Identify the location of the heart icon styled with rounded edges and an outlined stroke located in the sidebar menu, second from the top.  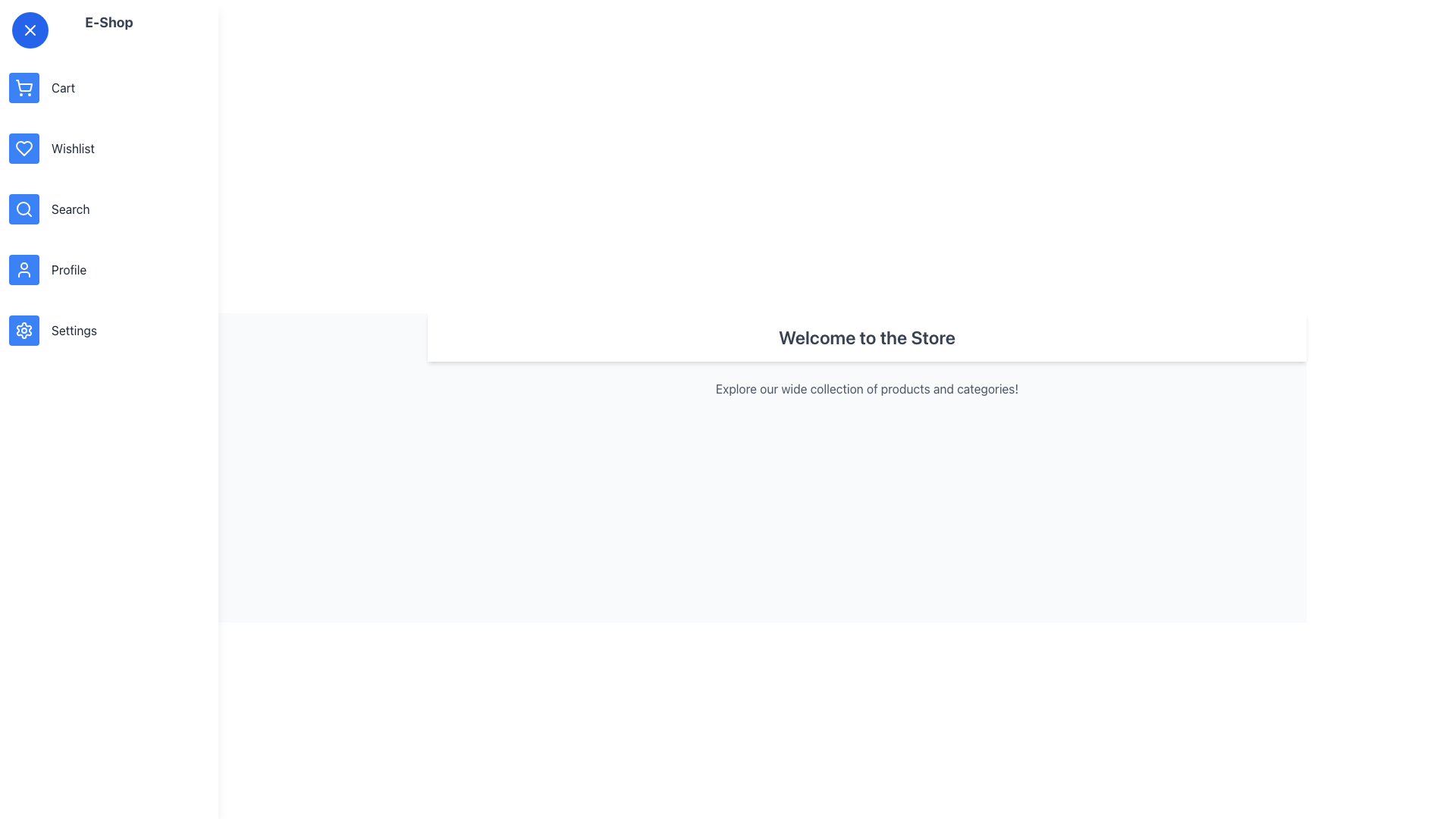
(24, 149).